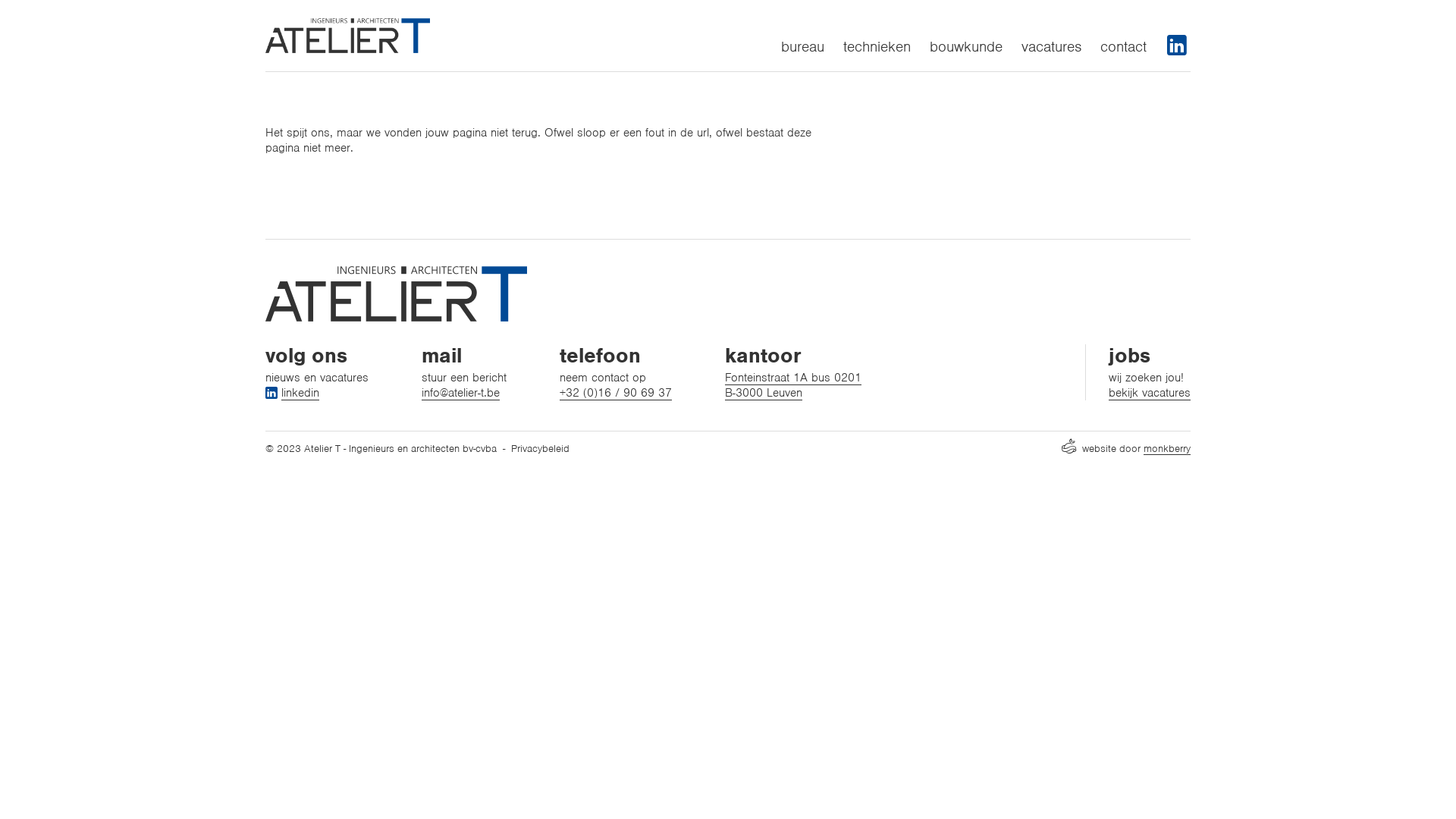 This screenshot has width=1456, height=819. Describe the element at coordinates (1109, 391) in the screenshot. I see `'bekijk vacatures'` at that location.